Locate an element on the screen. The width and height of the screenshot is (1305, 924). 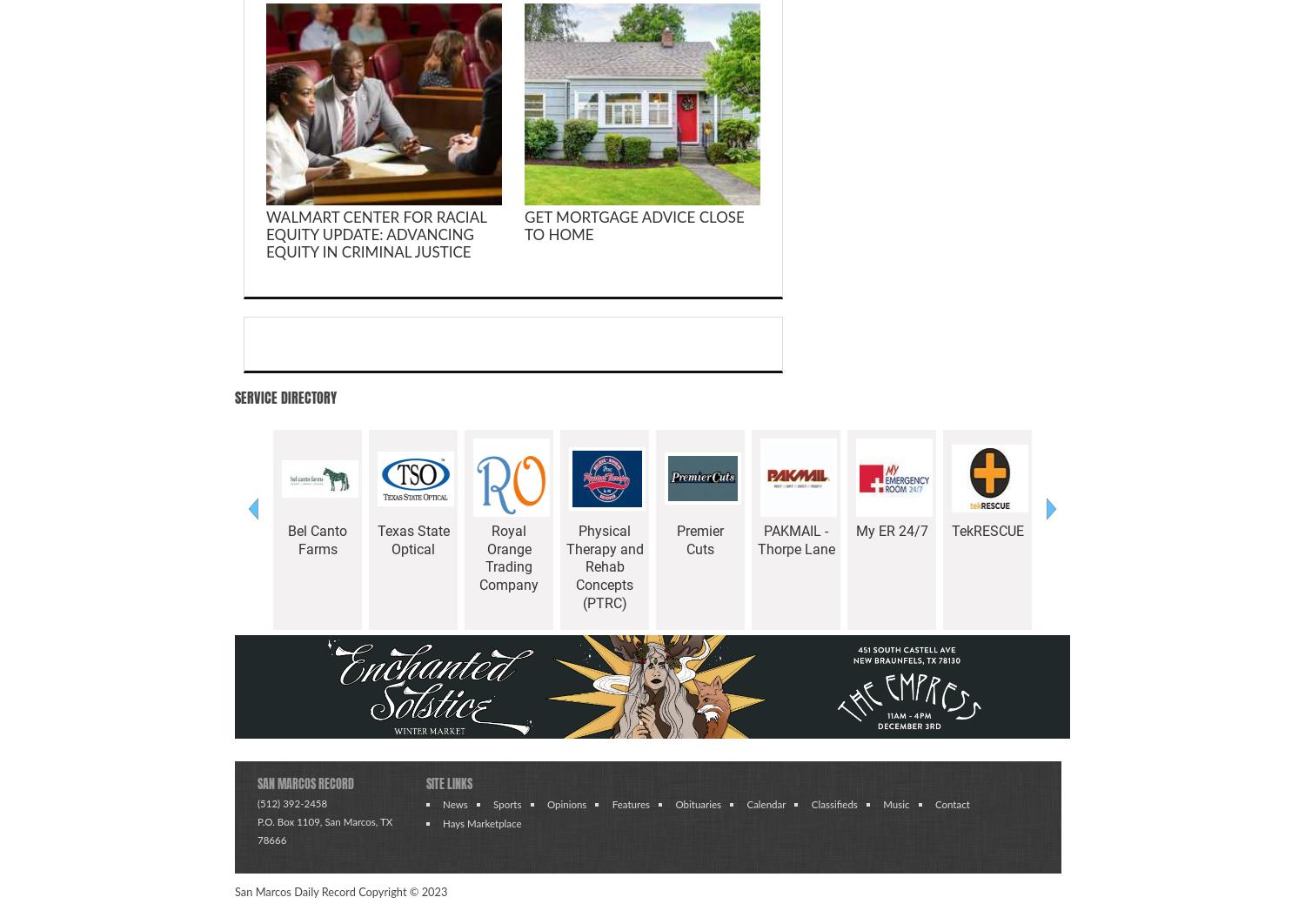
'P.O. Box 1109, San Marcos, TX 78666' is located at coordinates (324, 829).